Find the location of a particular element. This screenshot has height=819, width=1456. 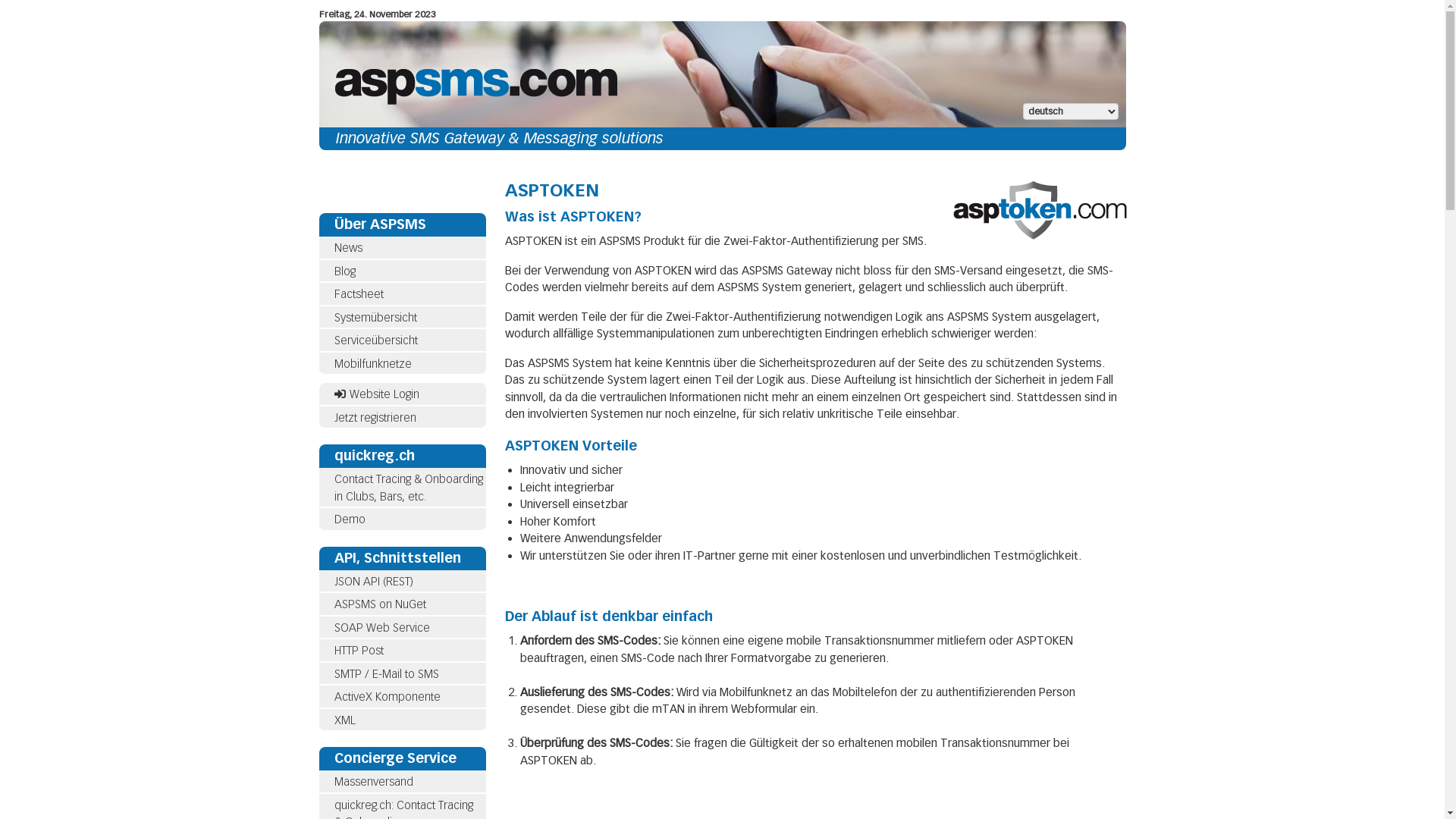

'Website Login' is located at coordinates (401, 394).